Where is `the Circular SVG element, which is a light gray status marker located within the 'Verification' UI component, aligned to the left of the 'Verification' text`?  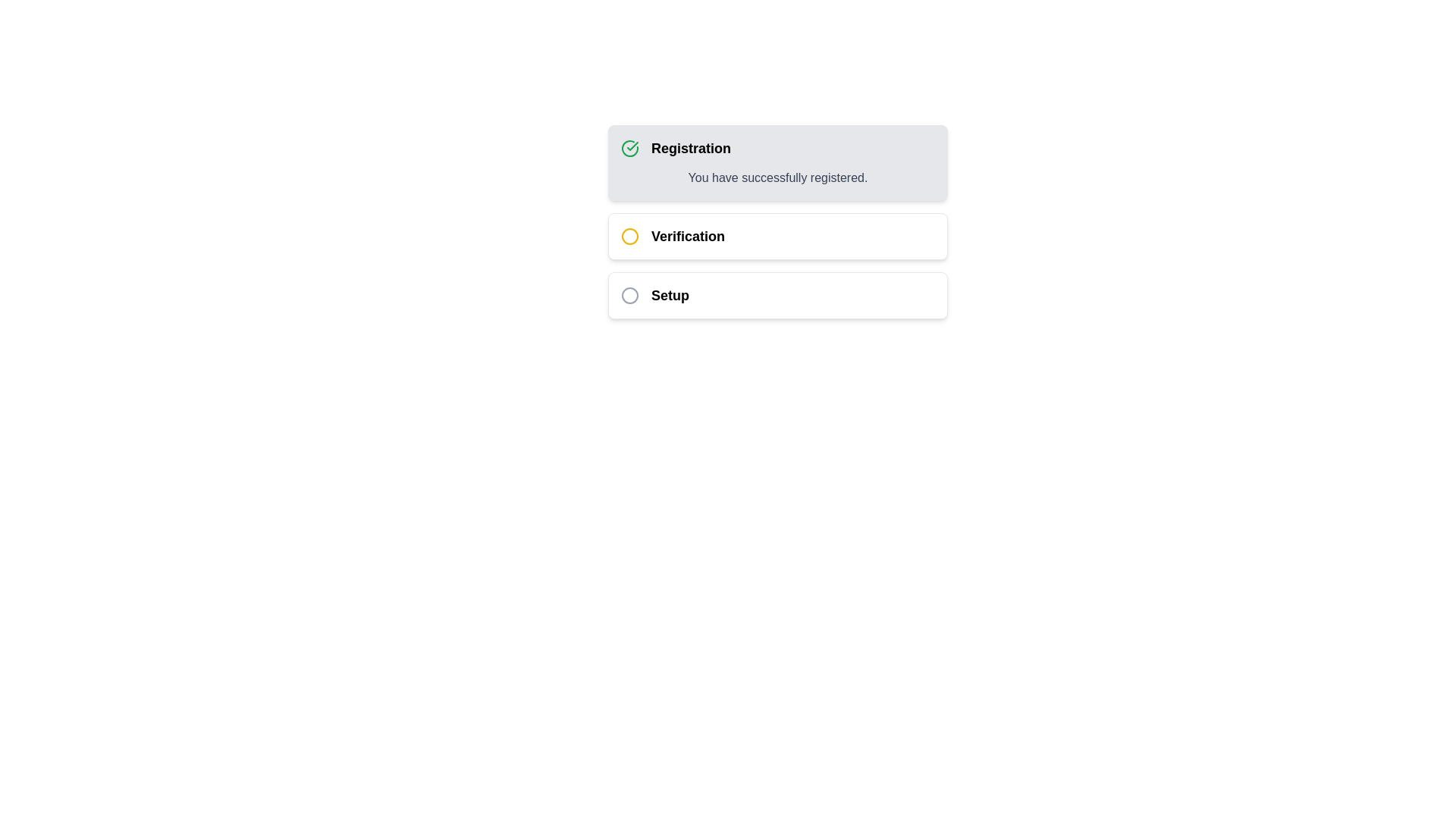 the Circular SVG element, which is a light gray status marker located within the 'Verification' UI component, aligned to the left of the 'Verification' text is located at coordinates (629, 295).